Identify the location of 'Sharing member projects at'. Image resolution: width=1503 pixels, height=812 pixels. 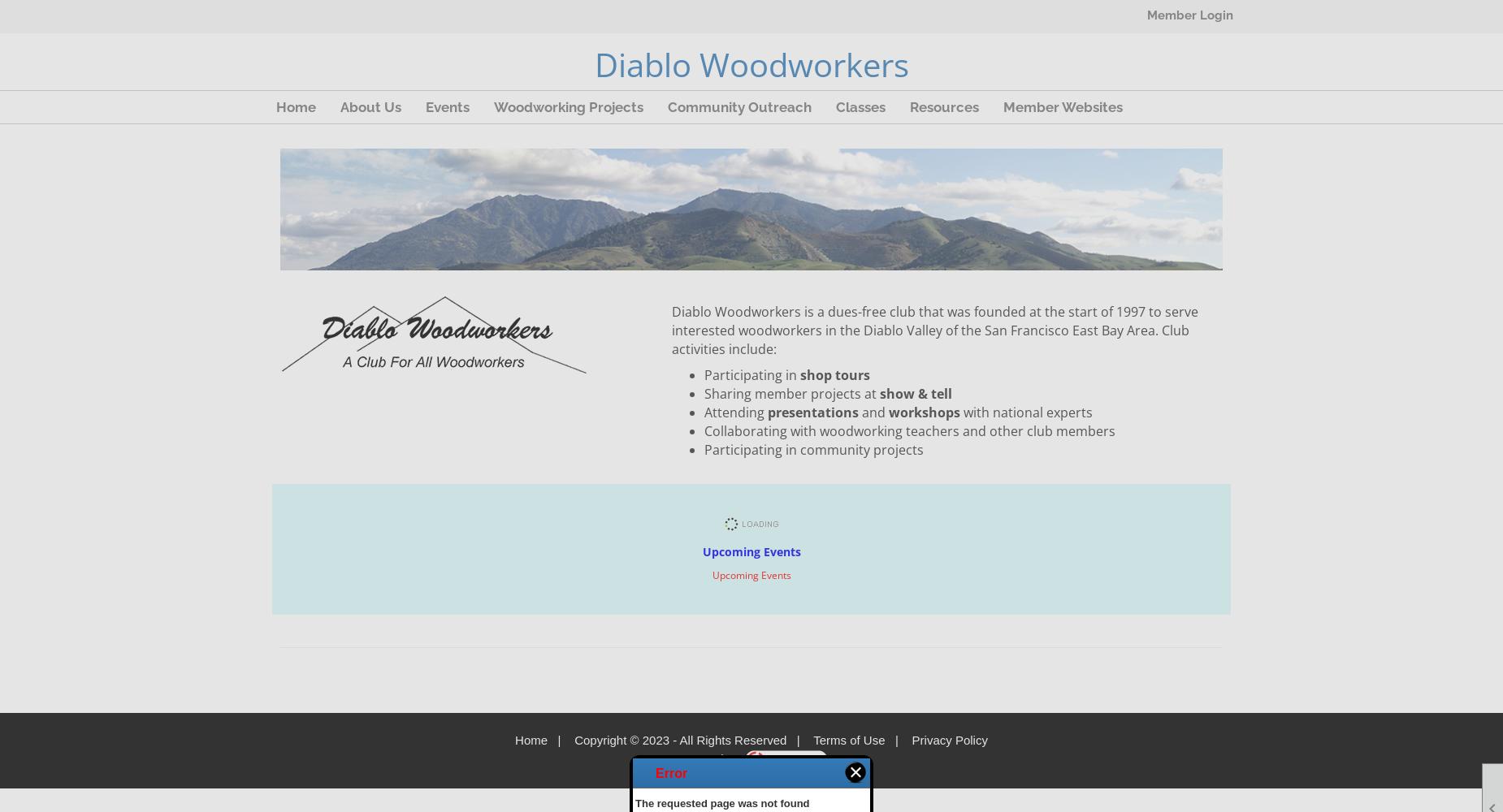
(790, 393).